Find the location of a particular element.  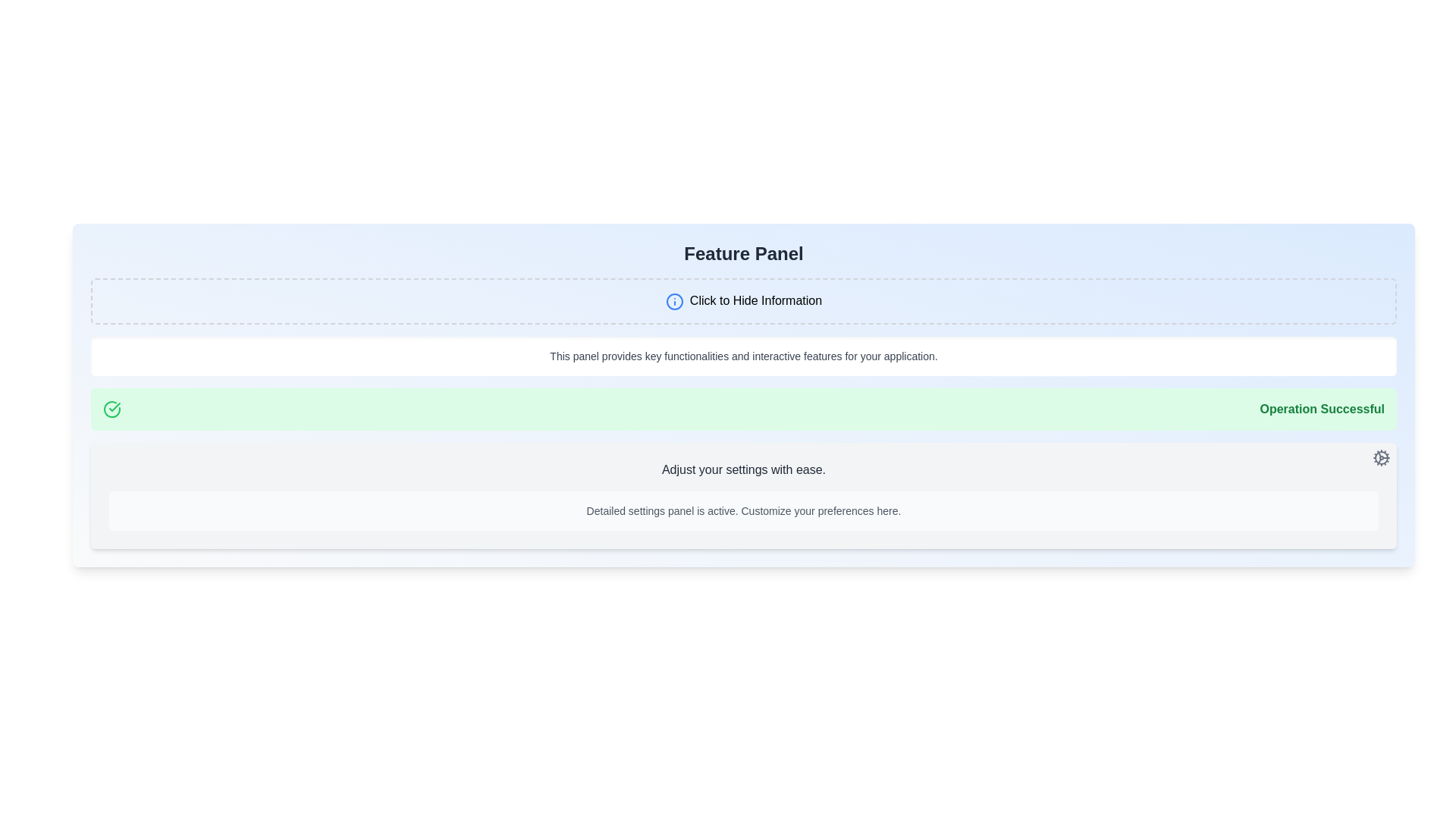

the button-like element with dashed borders and the text 'Click to Hide Information' is located at coordinates (743, 301).